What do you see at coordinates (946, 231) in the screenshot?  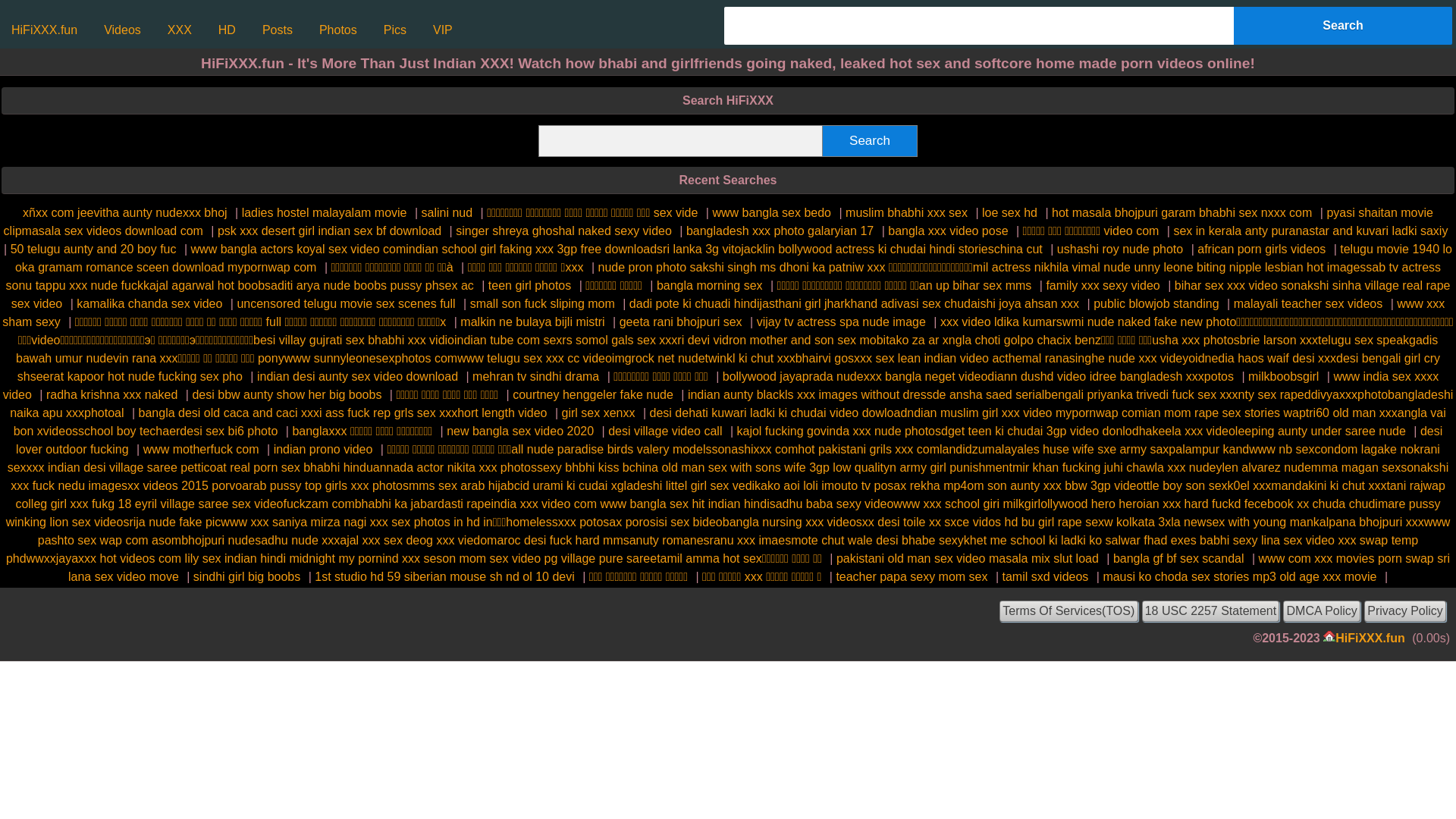 I see `'bangla xxx video pose'` at bounding box center [946, 231].